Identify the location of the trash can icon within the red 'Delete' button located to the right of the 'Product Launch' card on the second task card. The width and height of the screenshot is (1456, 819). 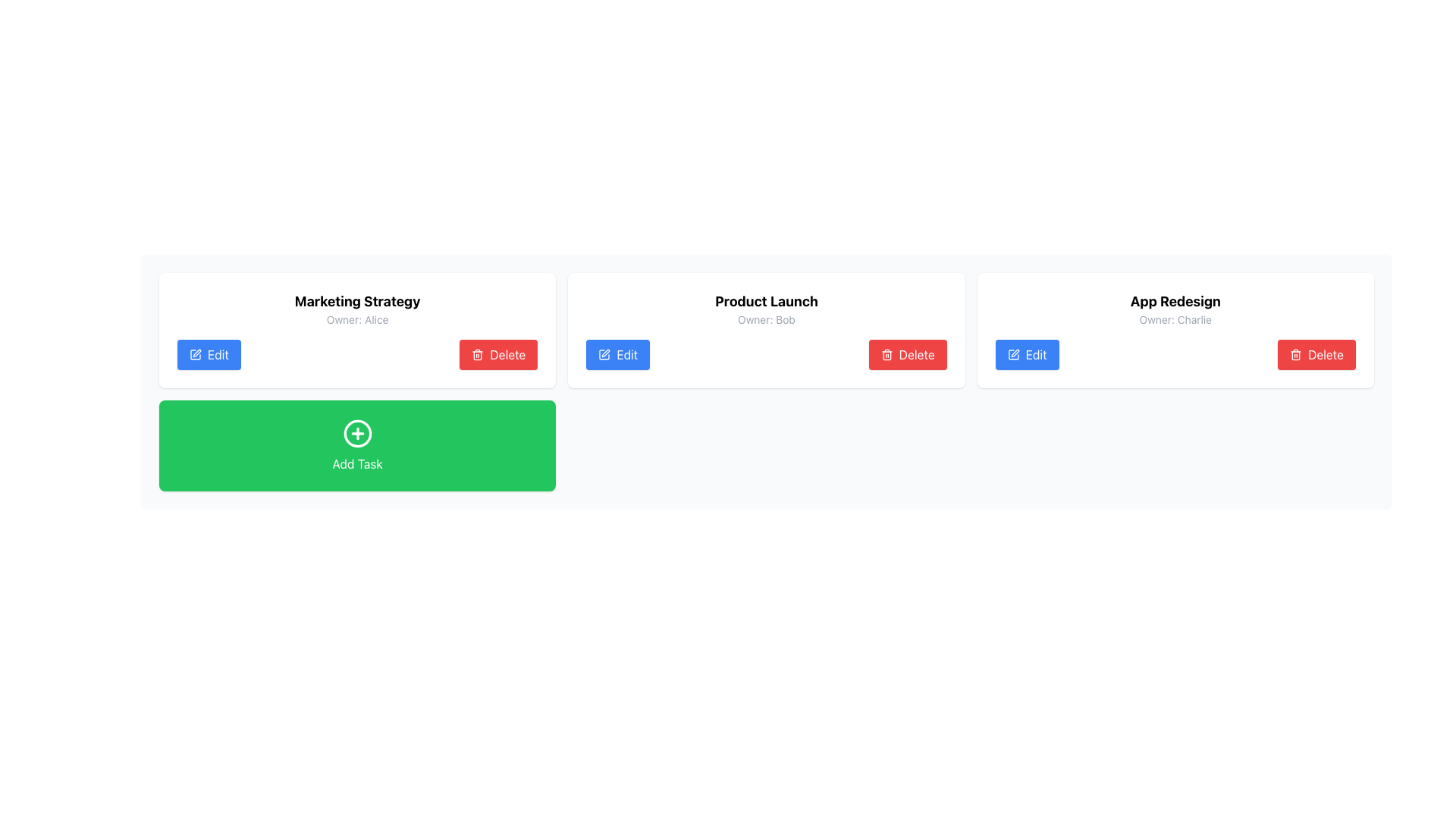
(886, 356).